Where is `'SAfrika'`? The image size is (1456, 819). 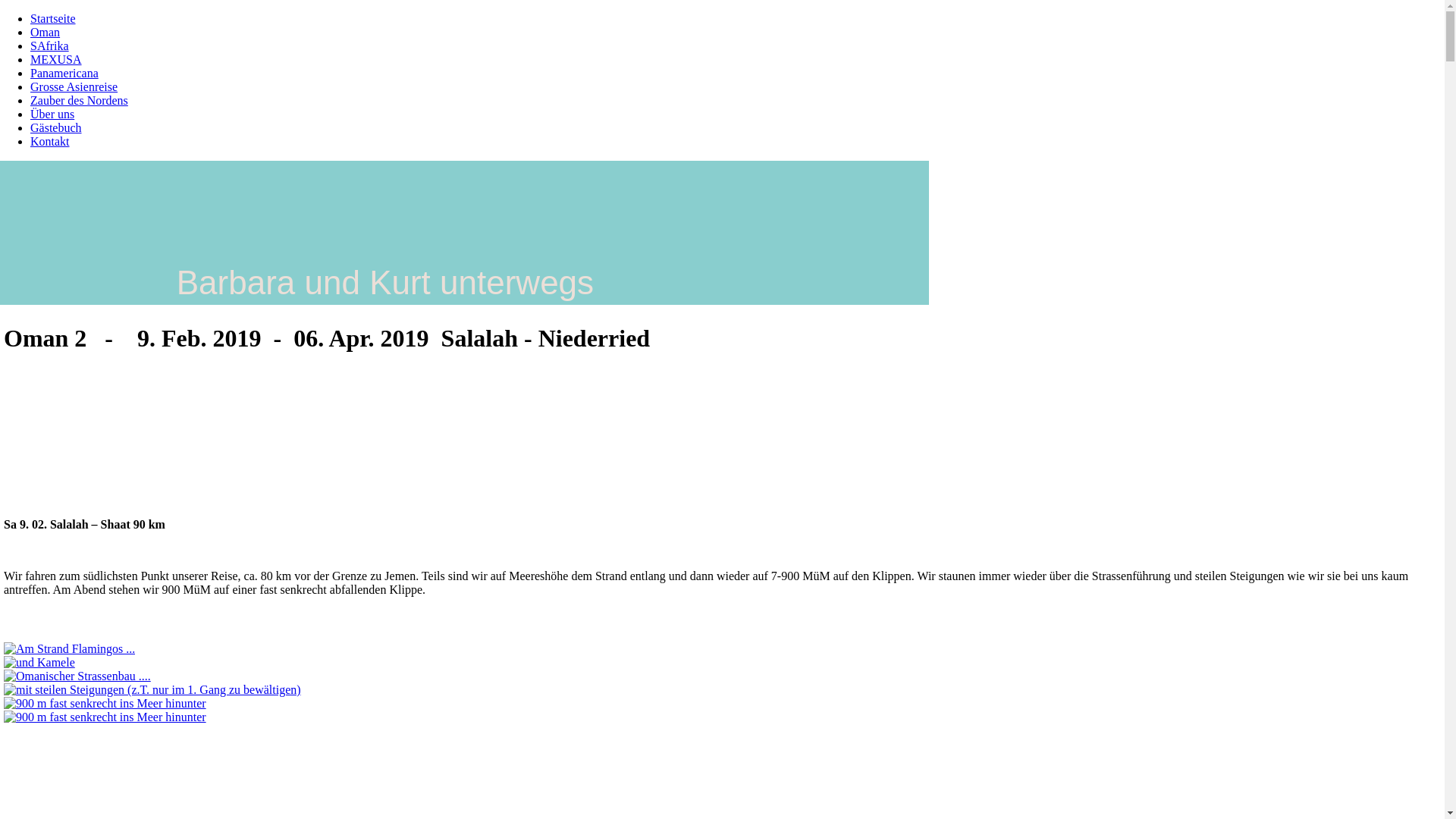 'SAfrika' is located at coordinates (49, 45).